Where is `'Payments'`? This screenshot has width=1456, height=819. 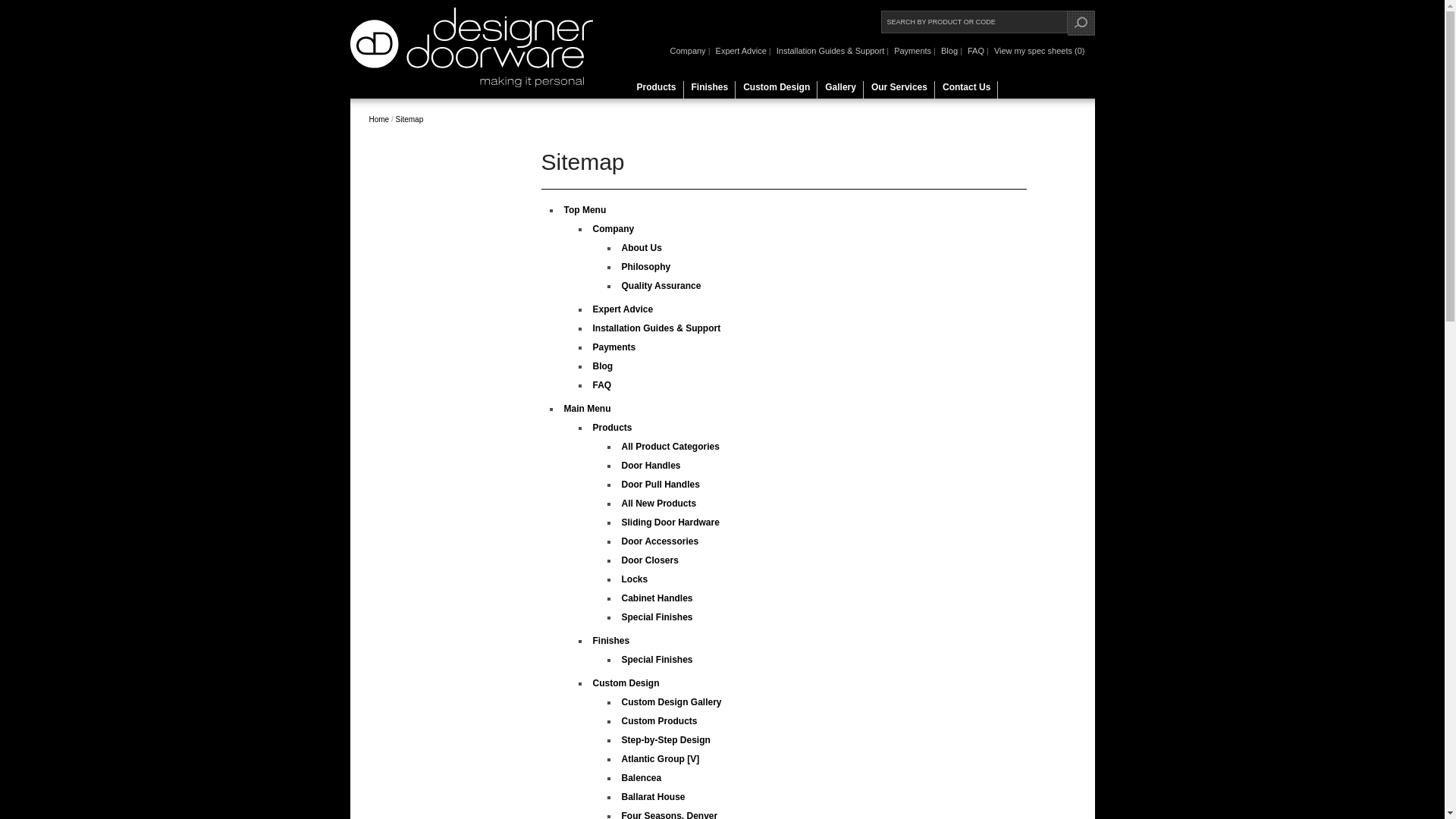
'Payments' is located at coordinates (912, 49).